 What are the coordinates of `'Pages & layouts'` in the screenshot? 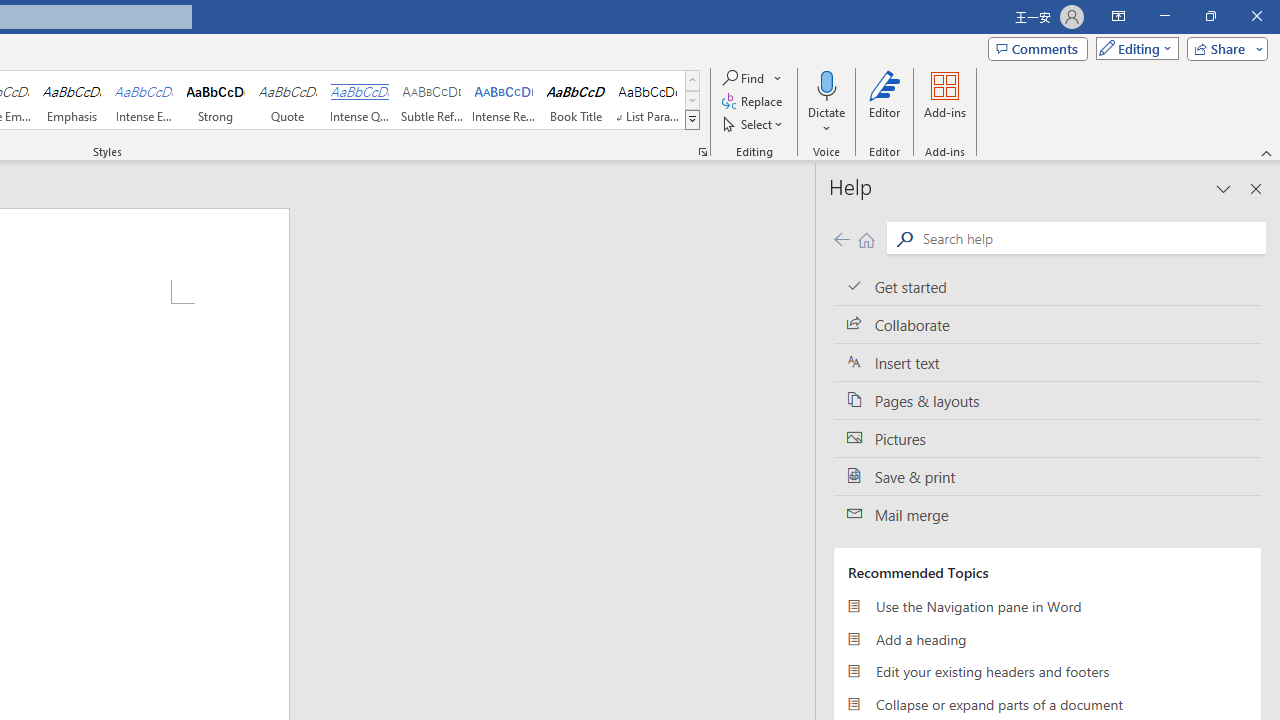 It's located at (1046, 401).